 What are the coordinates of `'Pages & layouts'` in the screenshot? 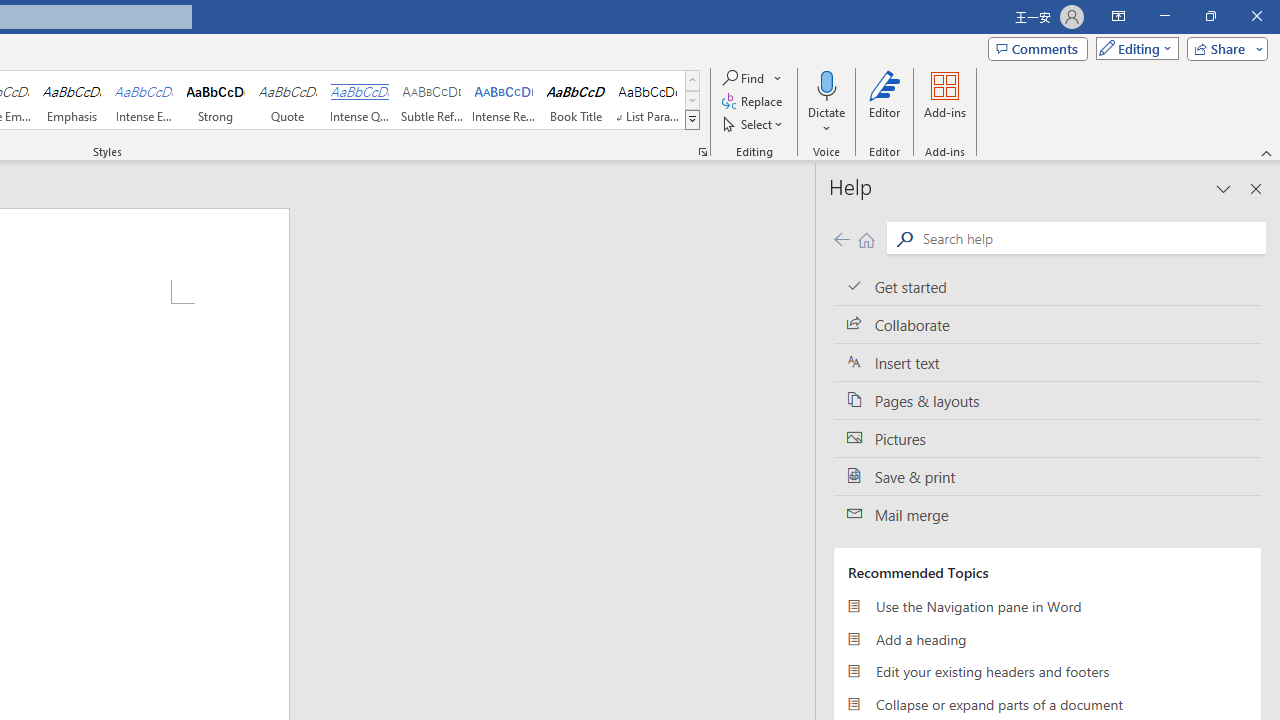 It's located at (1046, 401).